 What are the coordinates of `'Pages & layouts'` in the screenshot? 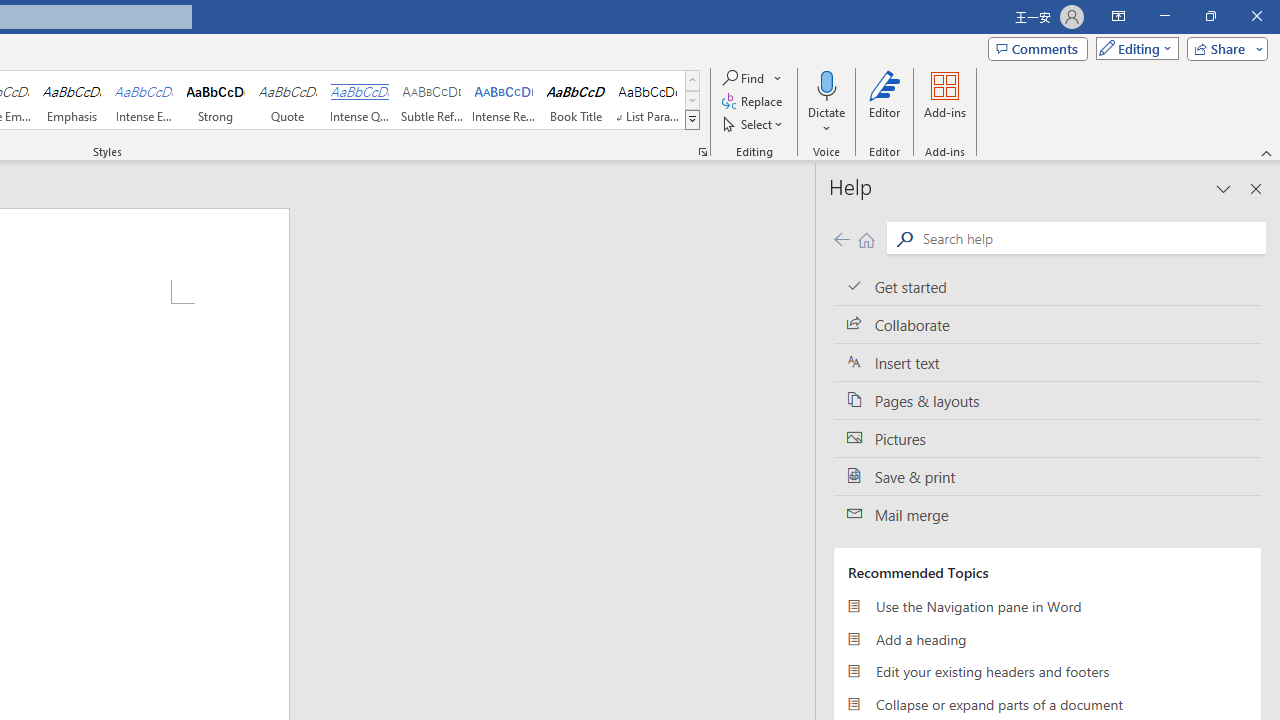 It's located at (1046, 401).